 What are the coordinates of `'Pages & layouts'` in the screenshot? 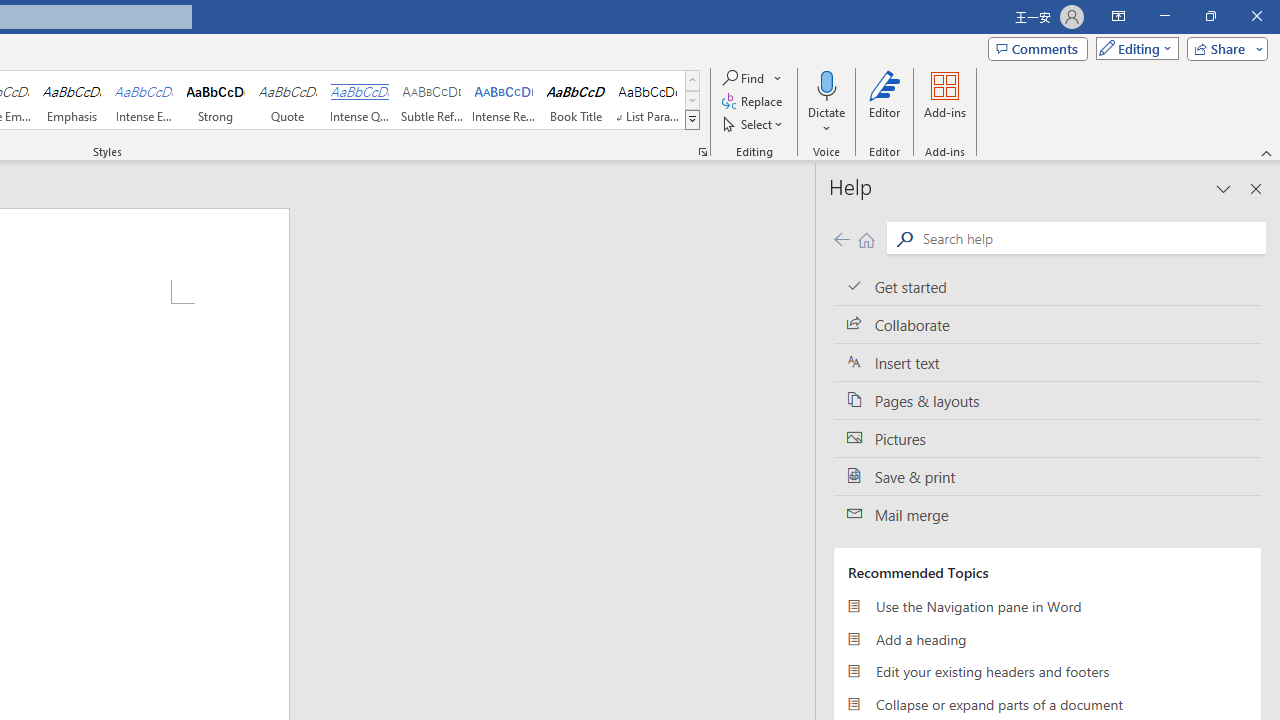 It's located at (1046, 401).